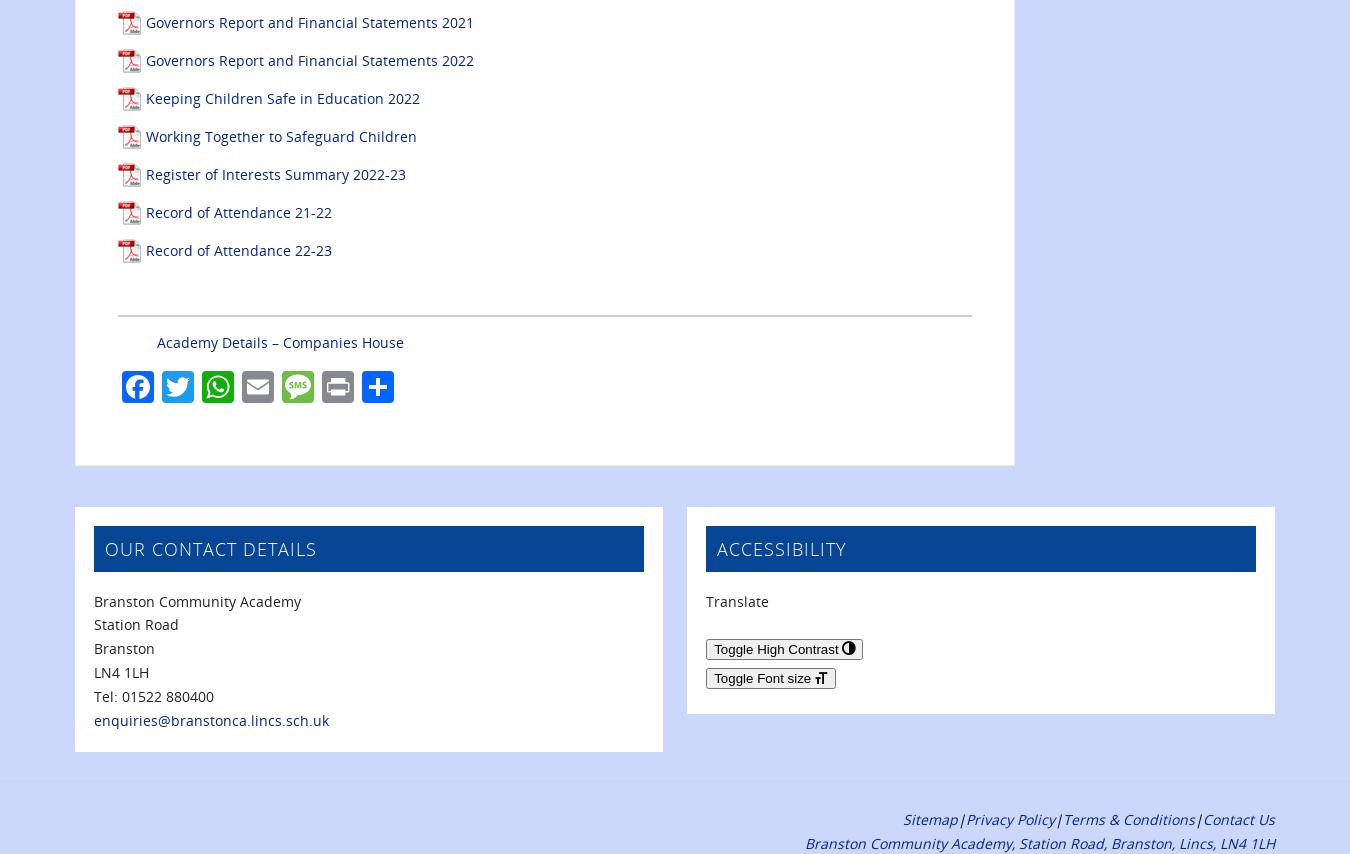 The height and width of the screenshot is (854, 1350). I want to click on 'Toggle High Contrast', so click(774, 649).